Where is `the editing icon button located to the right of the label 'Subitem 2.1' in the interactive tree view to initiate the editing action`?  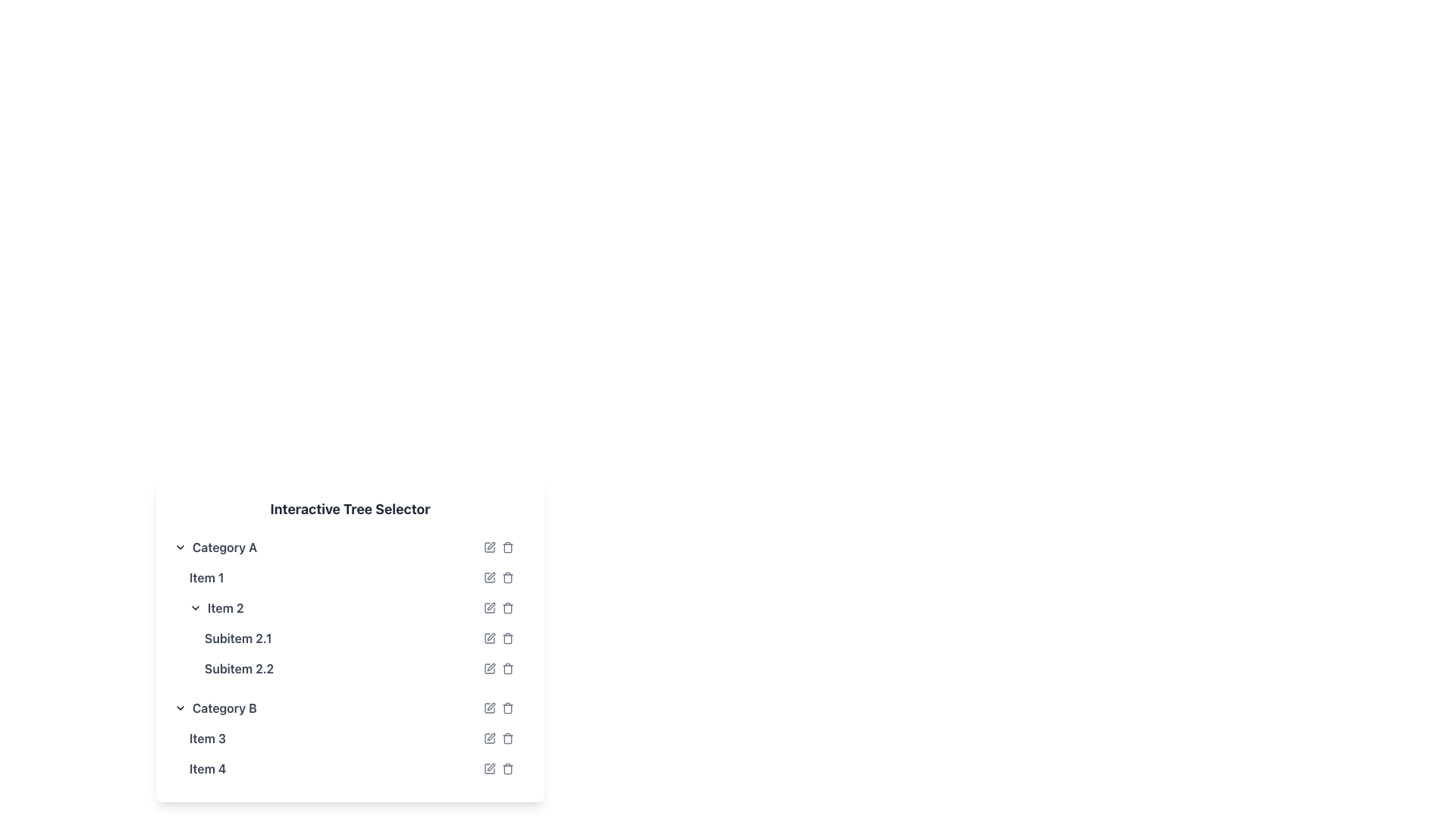 the editing icon button located to the right of the label 'Subitem 2.1' in the interactive tree view to initiate the editing action is located at coordinates (491, 637).